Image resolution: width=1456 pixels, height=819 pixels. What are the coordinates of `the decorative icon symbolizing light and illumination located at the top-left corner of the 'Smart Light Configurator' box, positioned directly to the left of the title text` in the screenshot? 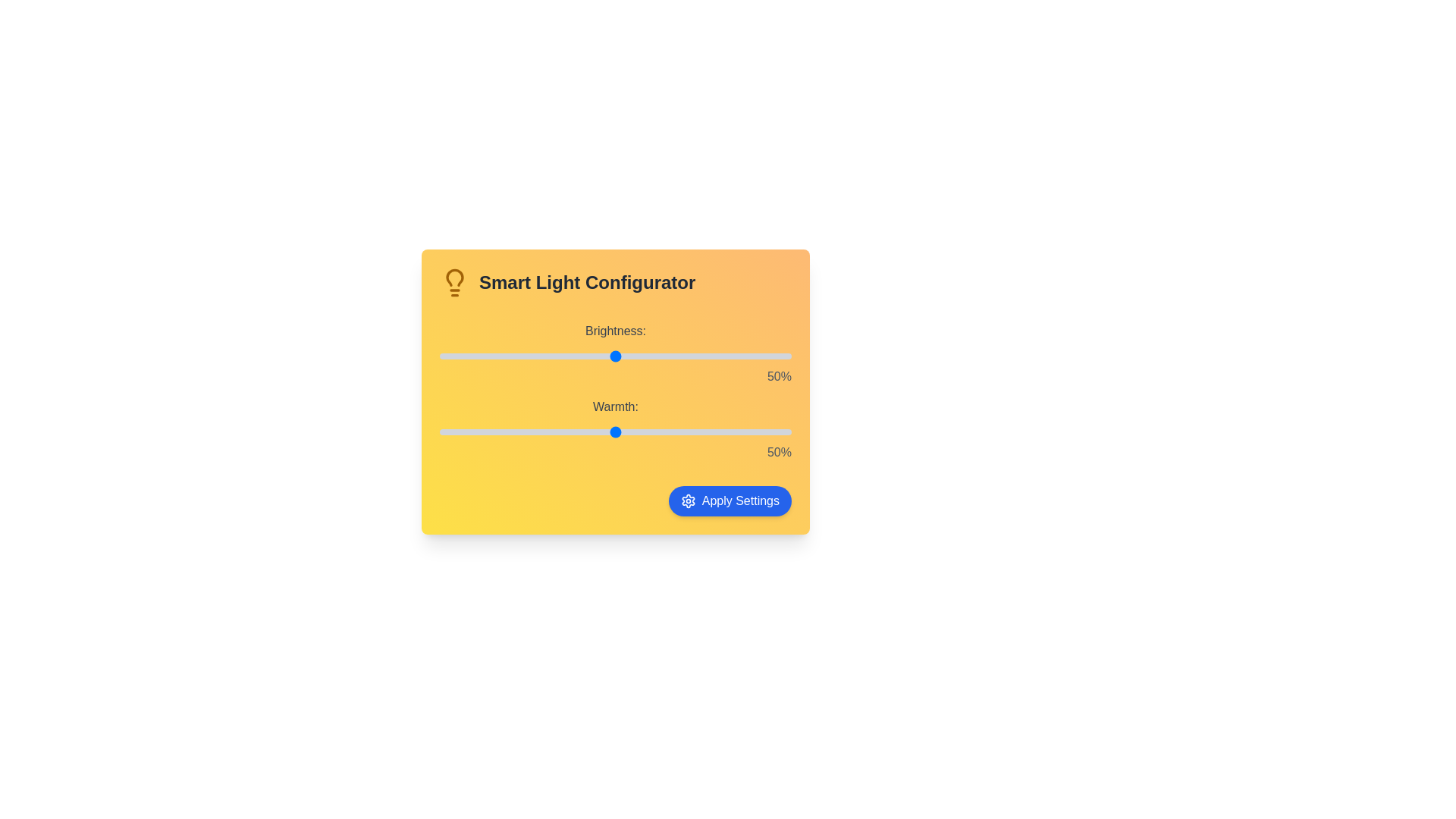 It's located at (454, 283).